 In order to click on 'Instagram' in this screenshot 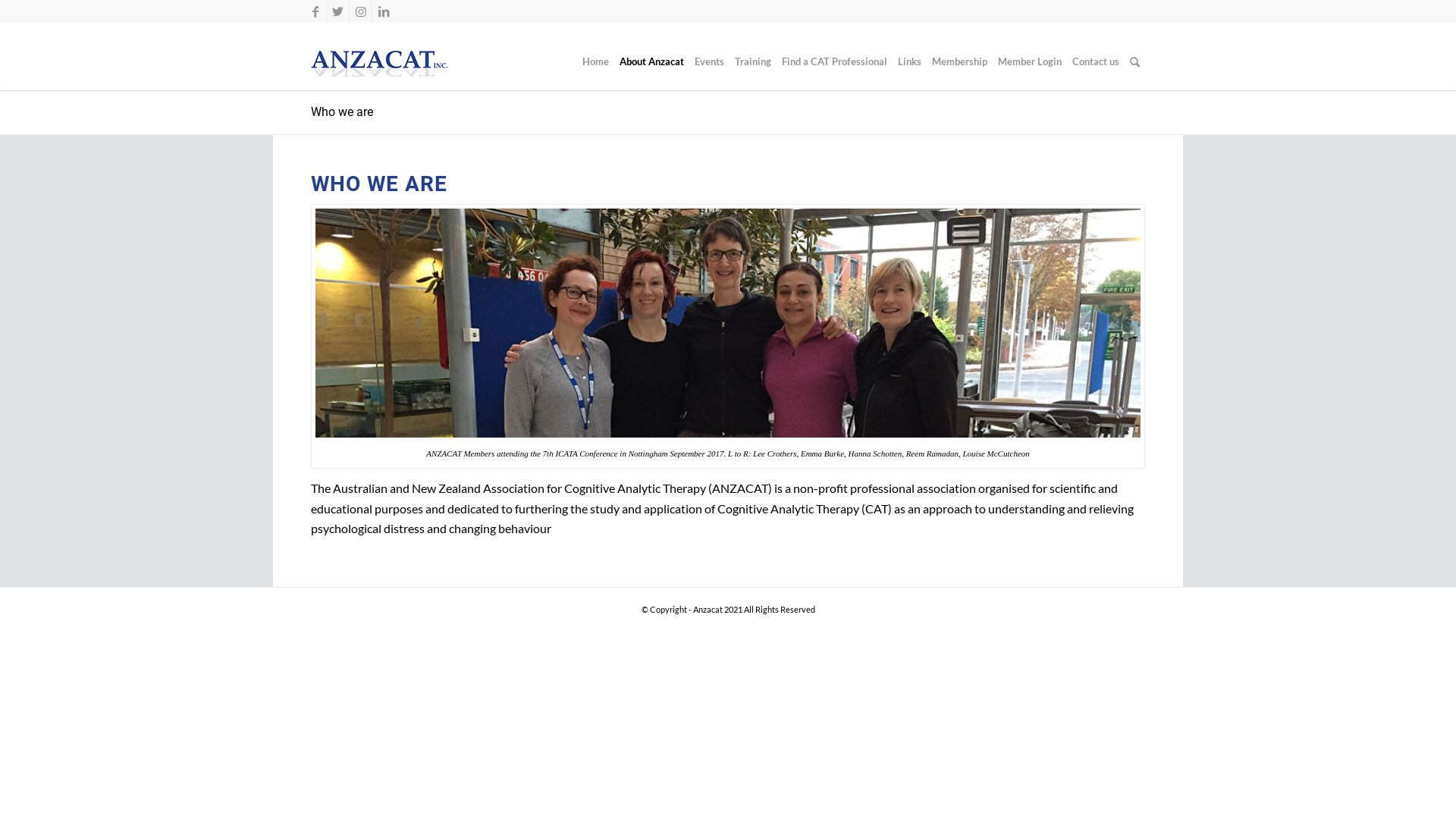, I will do `click(348, 11)`.